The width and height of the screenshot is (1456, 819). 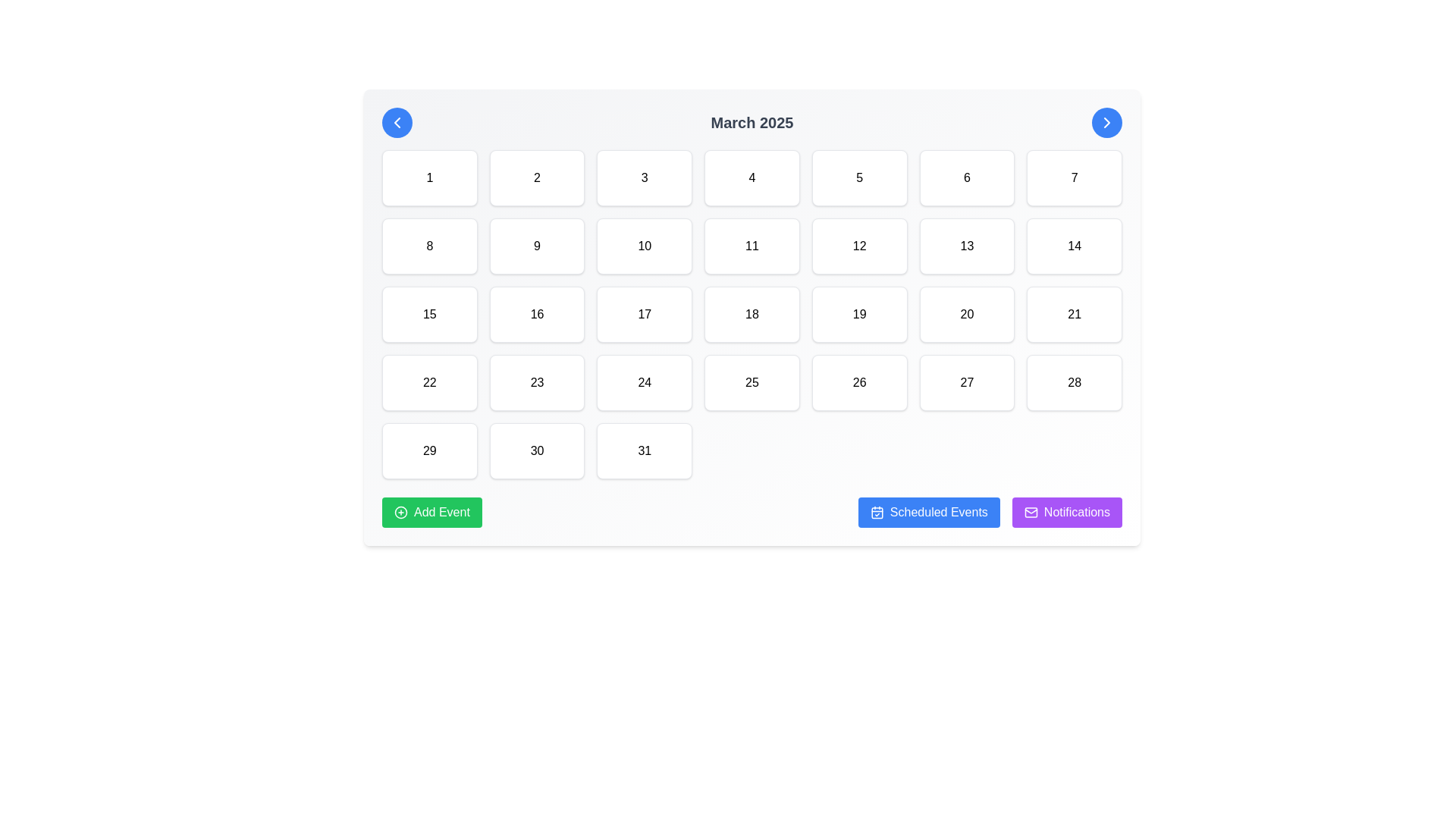 I want to click on the rectangle element within the SVG illustration that is part of the 'Scheduled Events' icon, located adjacent to the 'Notifications' button in the bottom right-hand side of the interface, so click(x=877, y=512).